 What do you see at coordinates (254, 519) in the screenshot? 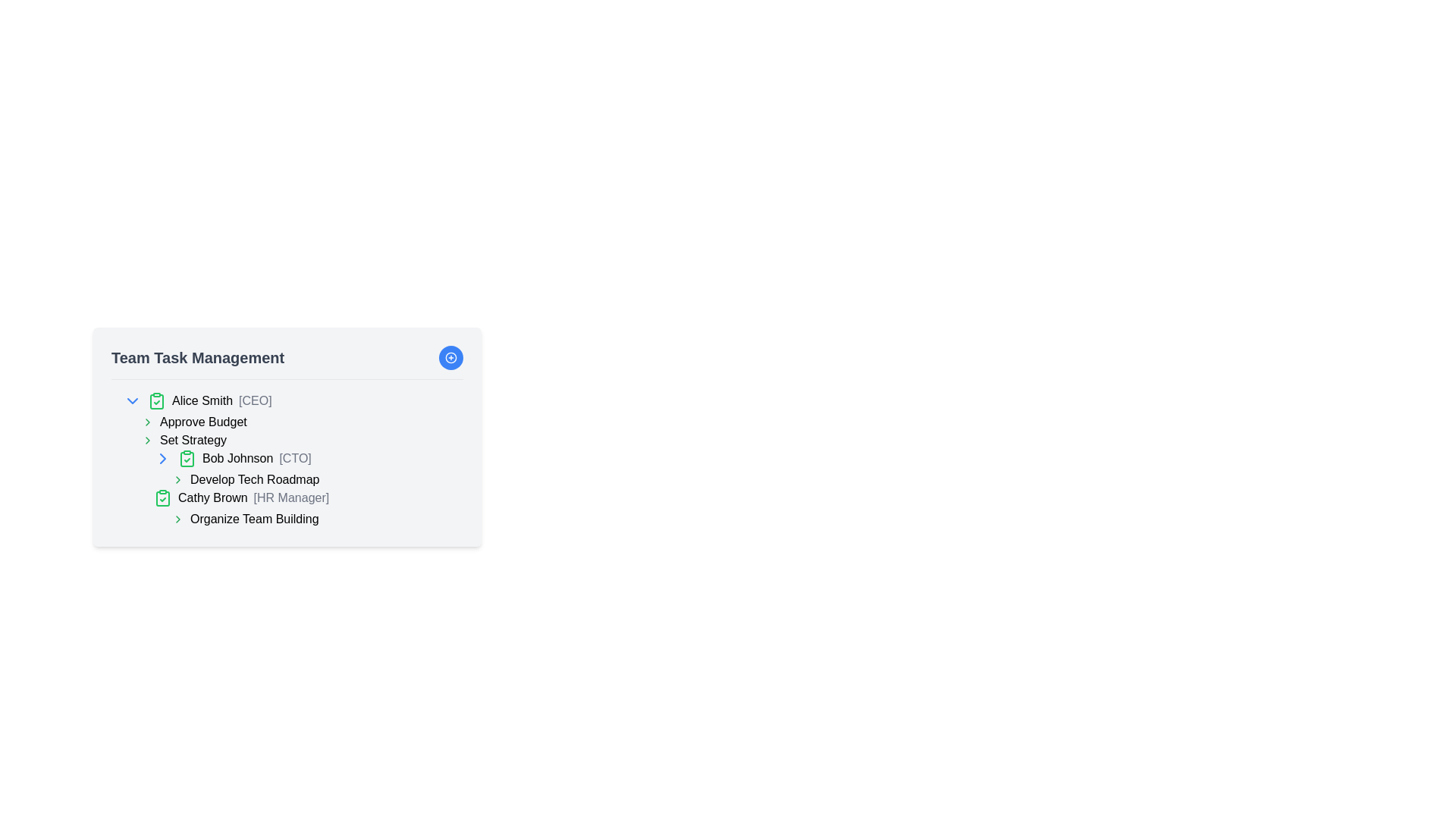
I see `the 'Organize Team Building' text label located beneath the 'Cathy Brown [HR Manager]' label in the 'Team Task Management' section` at bounding box center [254, 519].